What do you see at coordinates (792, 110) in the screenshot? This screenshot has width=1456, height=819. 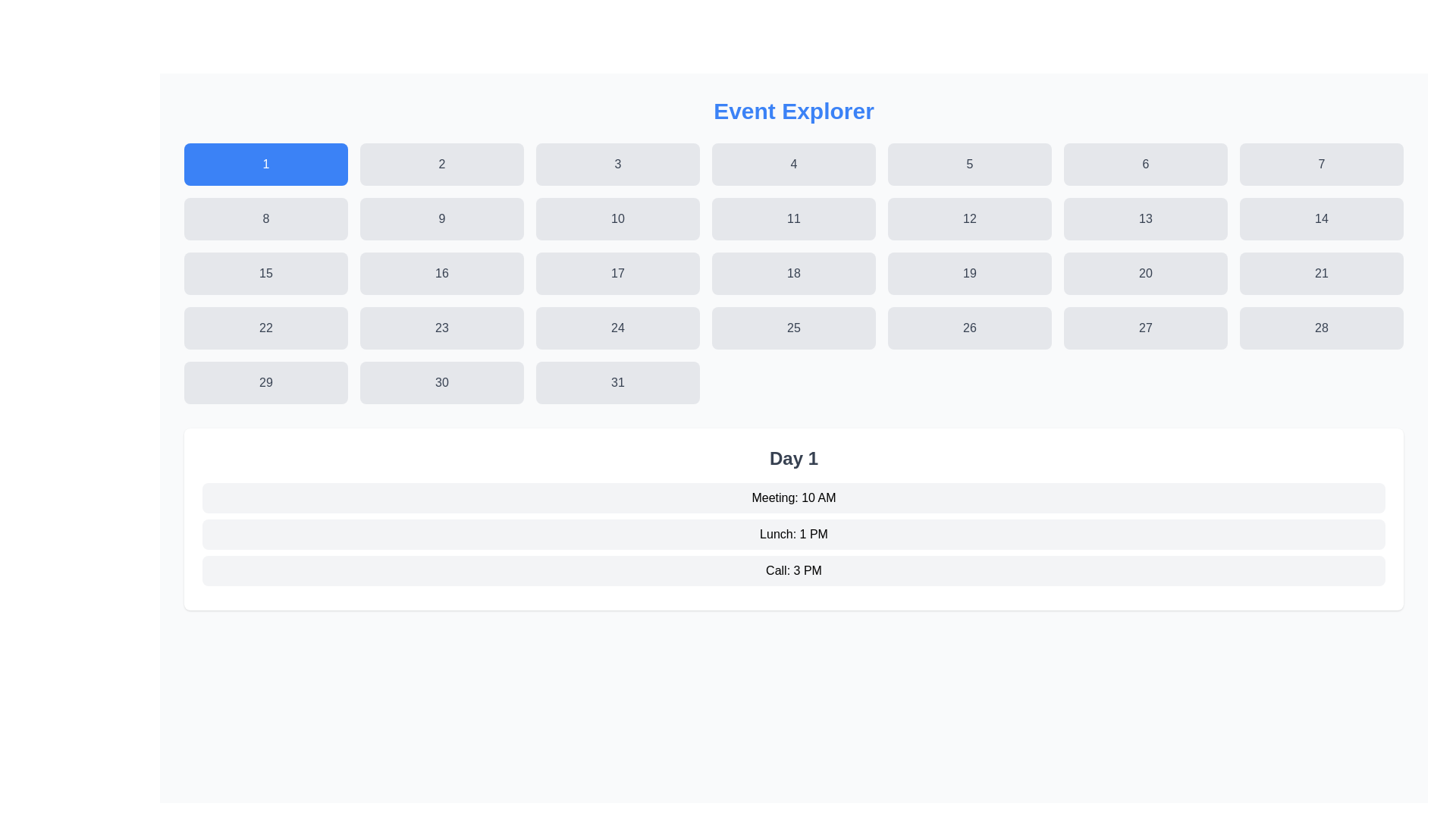 I see `the main title Text label located at the top center of the layout, which provides context for the interface` at bounding box center [792, 110].